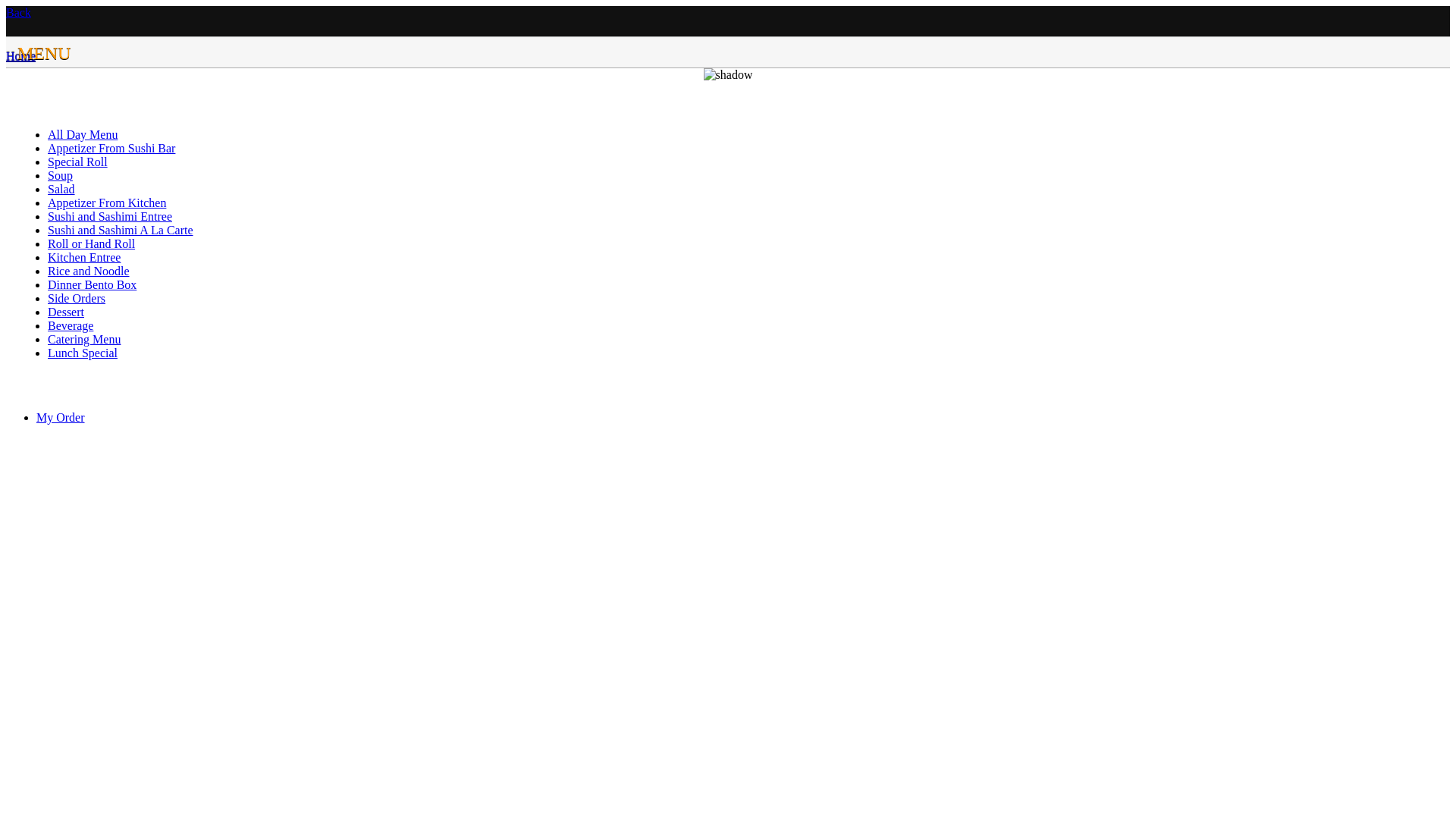 The height and width of the screenshot is (819, 1456). Describe the element at coordinates (83, 338) in the screenshot. I see `'Catering Menu'` at that location.